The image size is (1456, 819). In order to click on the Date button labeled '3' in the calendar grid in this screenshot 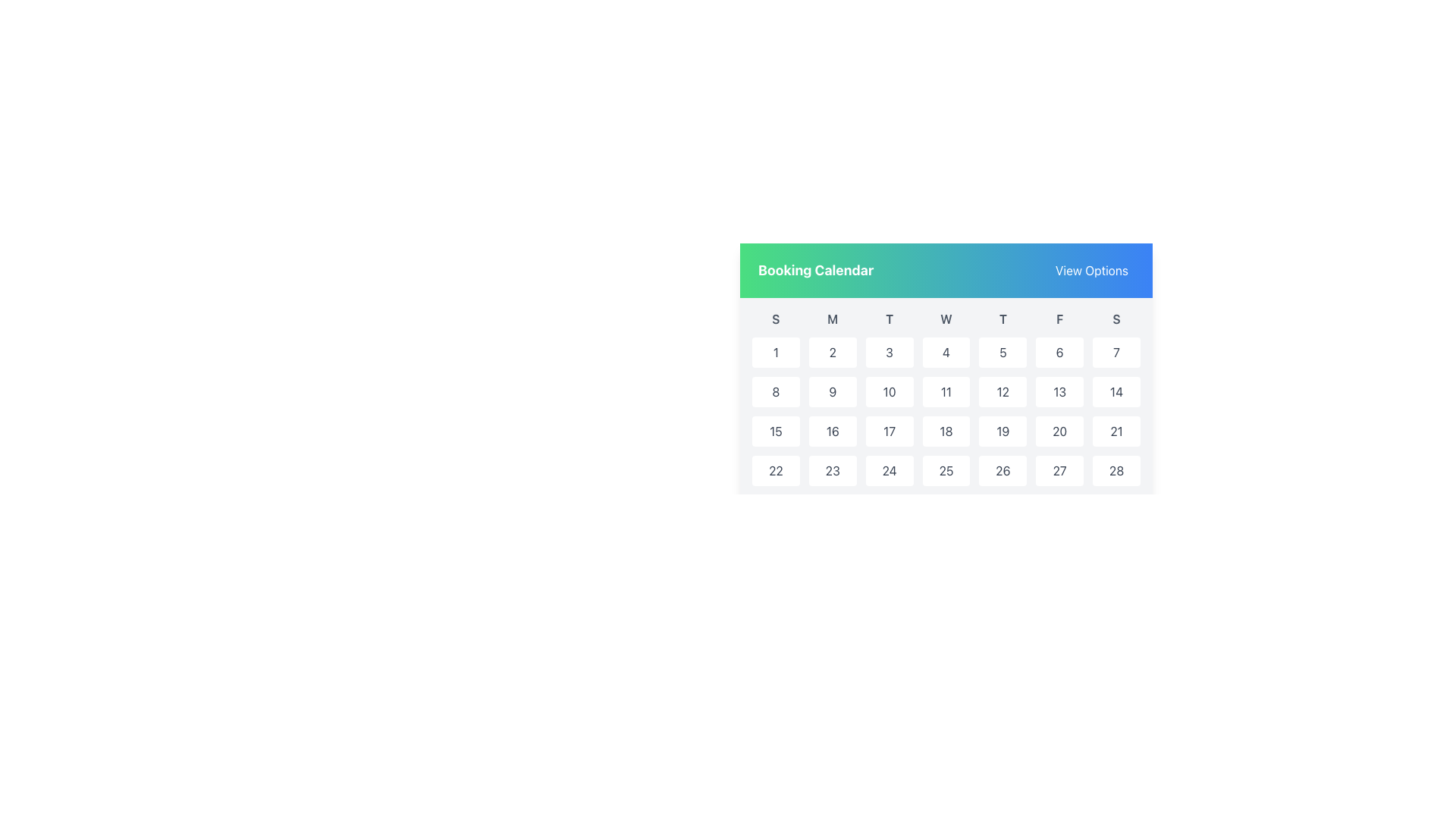, I will do `click(890, 353)`.